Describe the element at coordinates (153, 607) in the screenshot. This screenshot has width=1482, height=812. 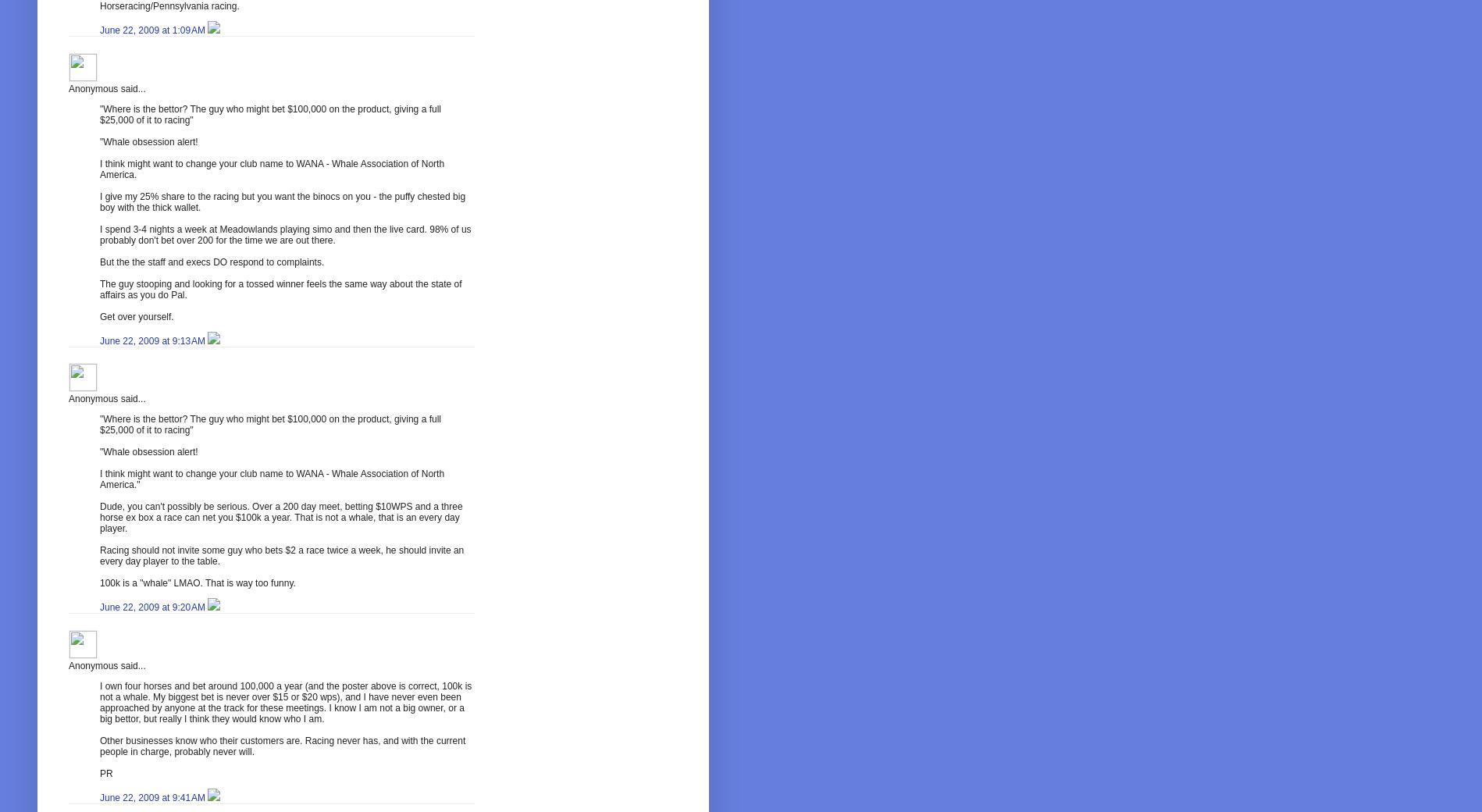
I see `'June 22, 2009 at 9:20 AM'` at that location.